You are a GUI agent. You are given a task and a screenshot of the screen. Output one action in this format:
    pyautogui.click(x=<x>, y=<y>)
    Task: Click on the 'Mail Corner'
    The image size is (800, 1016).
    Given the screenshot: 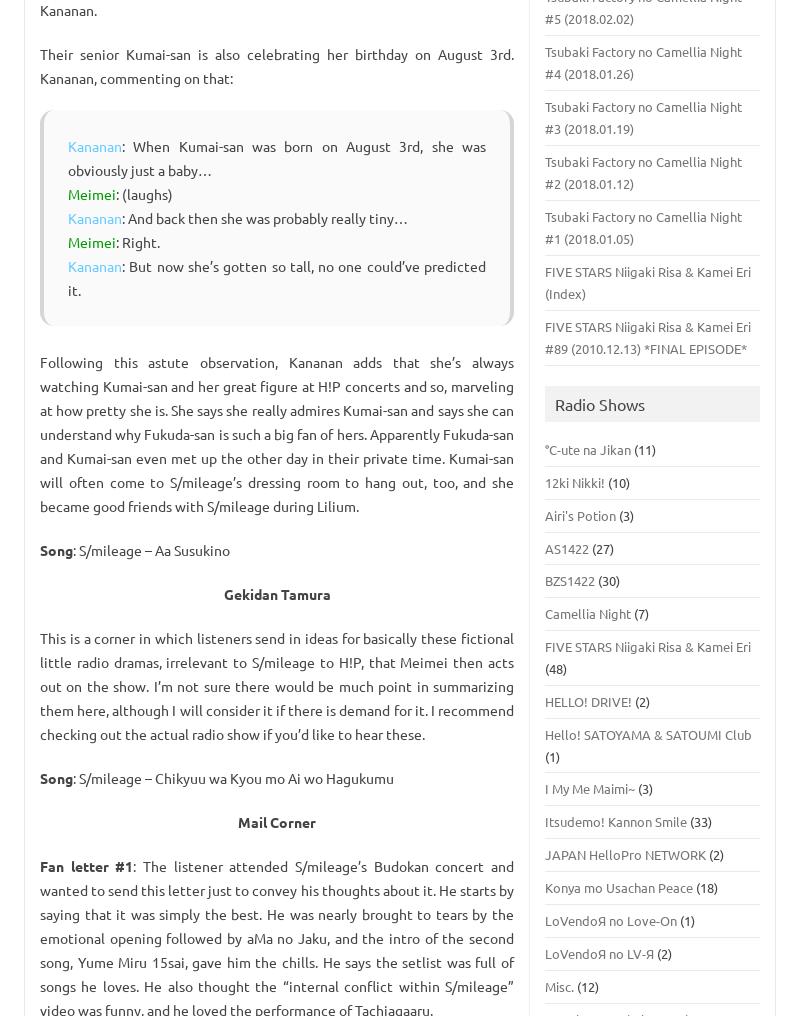 What is the action you would take?
    pyautogui.click(x=277, y=821)
    